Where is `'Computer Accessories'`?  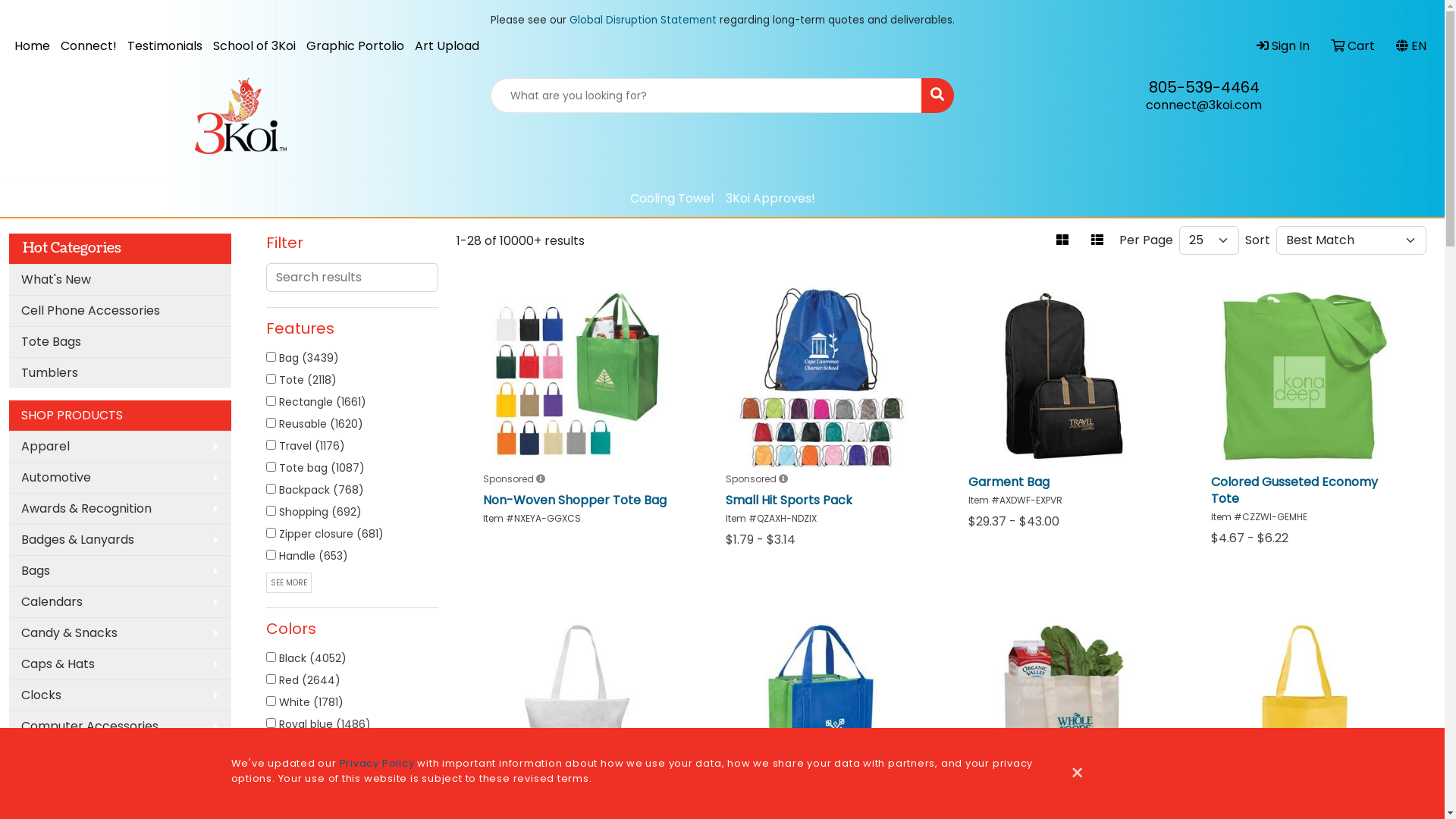 'Computer Accessories' is located at coordinates (119, 725).